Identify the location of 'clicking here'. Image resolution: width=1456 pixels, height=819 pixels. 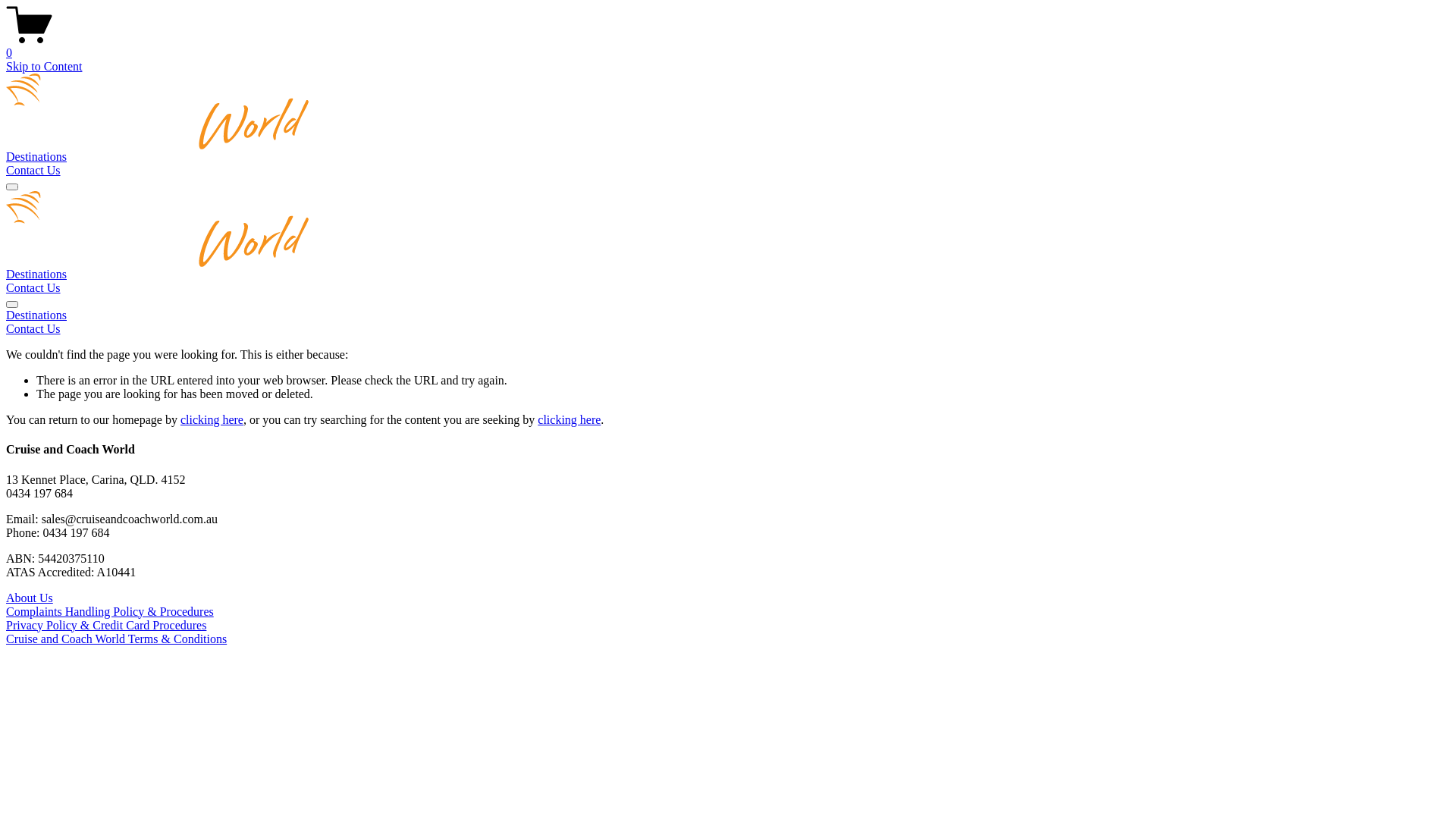
(211, 419).